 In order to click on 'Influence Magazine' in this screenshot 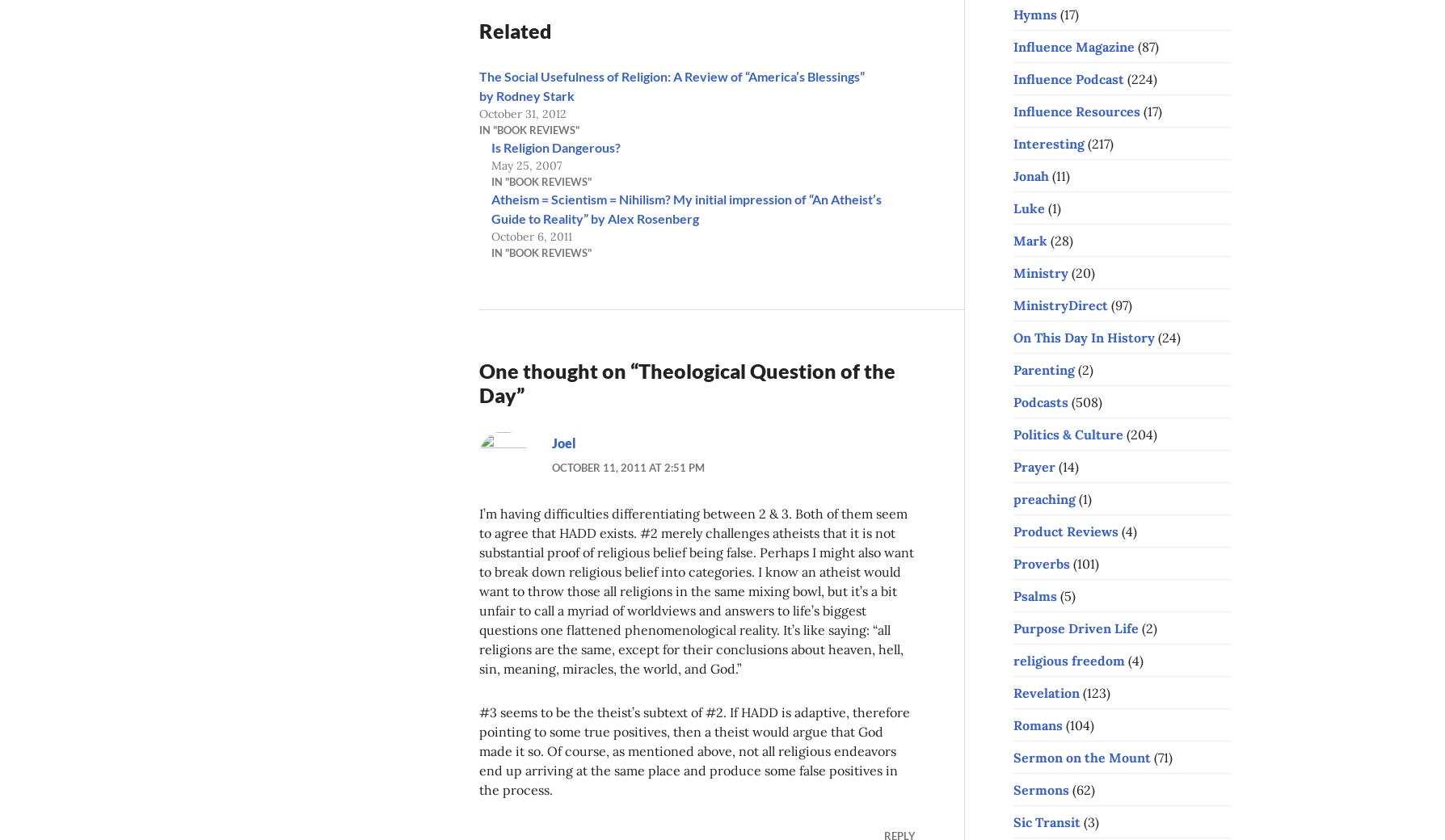, I will do `click(1073, 44)`.